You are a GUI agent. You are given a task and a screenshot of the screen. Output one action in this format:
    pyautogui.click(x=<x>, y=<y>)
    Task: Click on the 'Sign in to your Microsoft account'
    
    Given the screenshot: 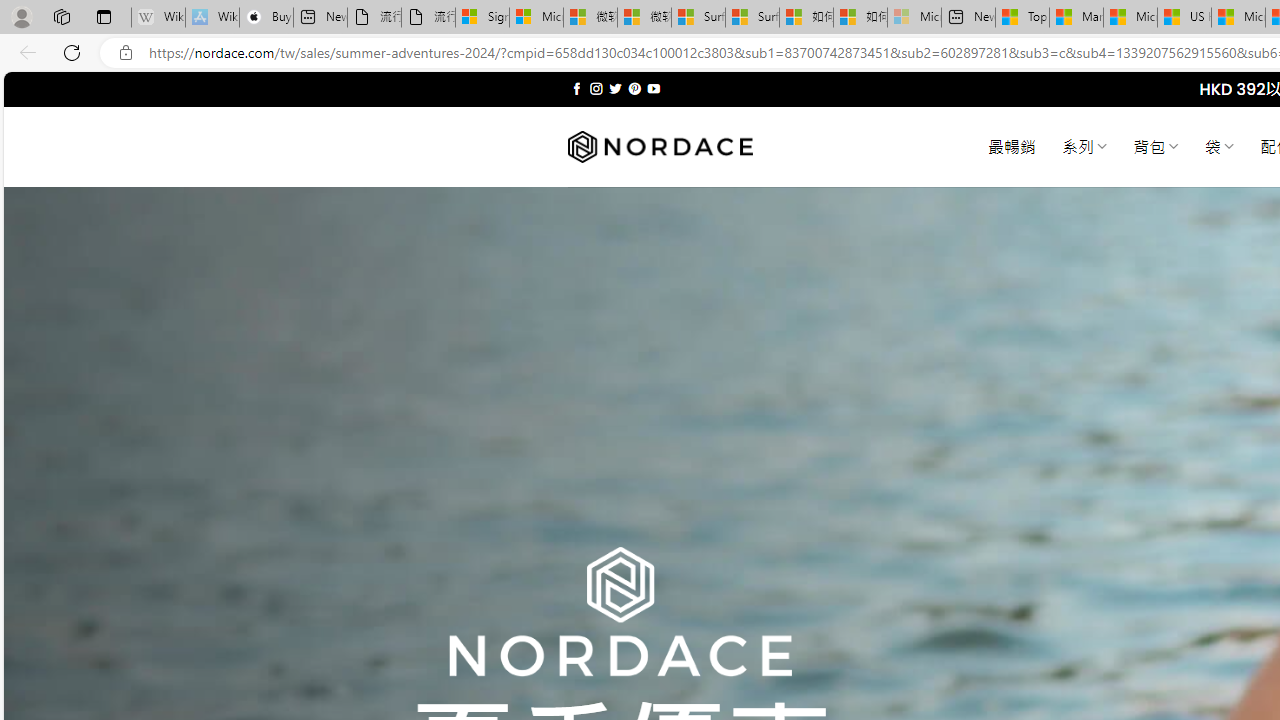 What is the action you would take?
    pyautogui.click(x=482, y=17)
    